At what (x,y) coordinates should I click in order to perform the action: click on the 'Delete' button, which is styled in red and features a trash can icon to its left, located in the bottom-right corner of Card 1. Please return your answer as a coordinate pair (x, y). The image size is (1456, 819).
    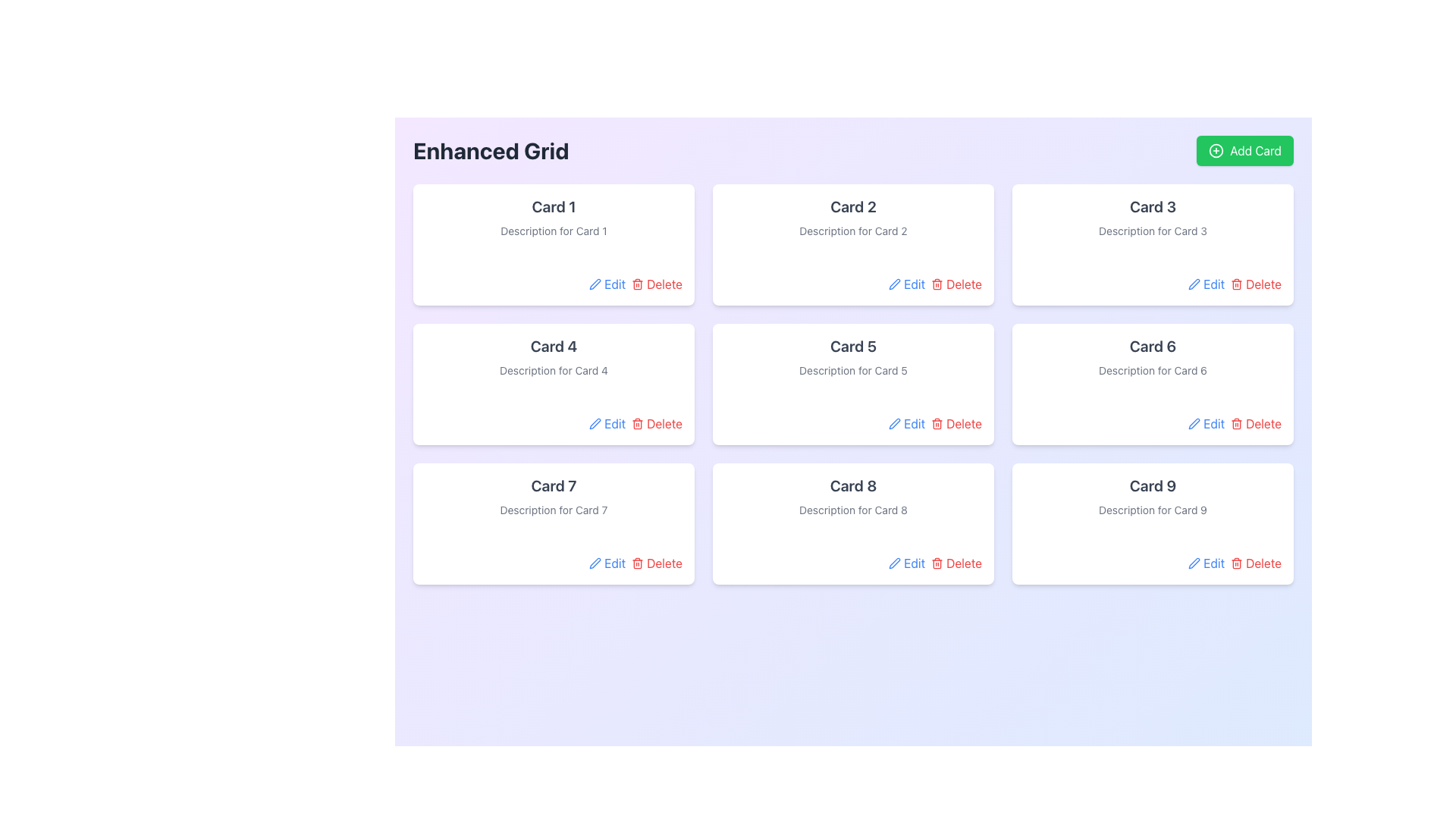
    Looking at the image, I should click on (657, 284).